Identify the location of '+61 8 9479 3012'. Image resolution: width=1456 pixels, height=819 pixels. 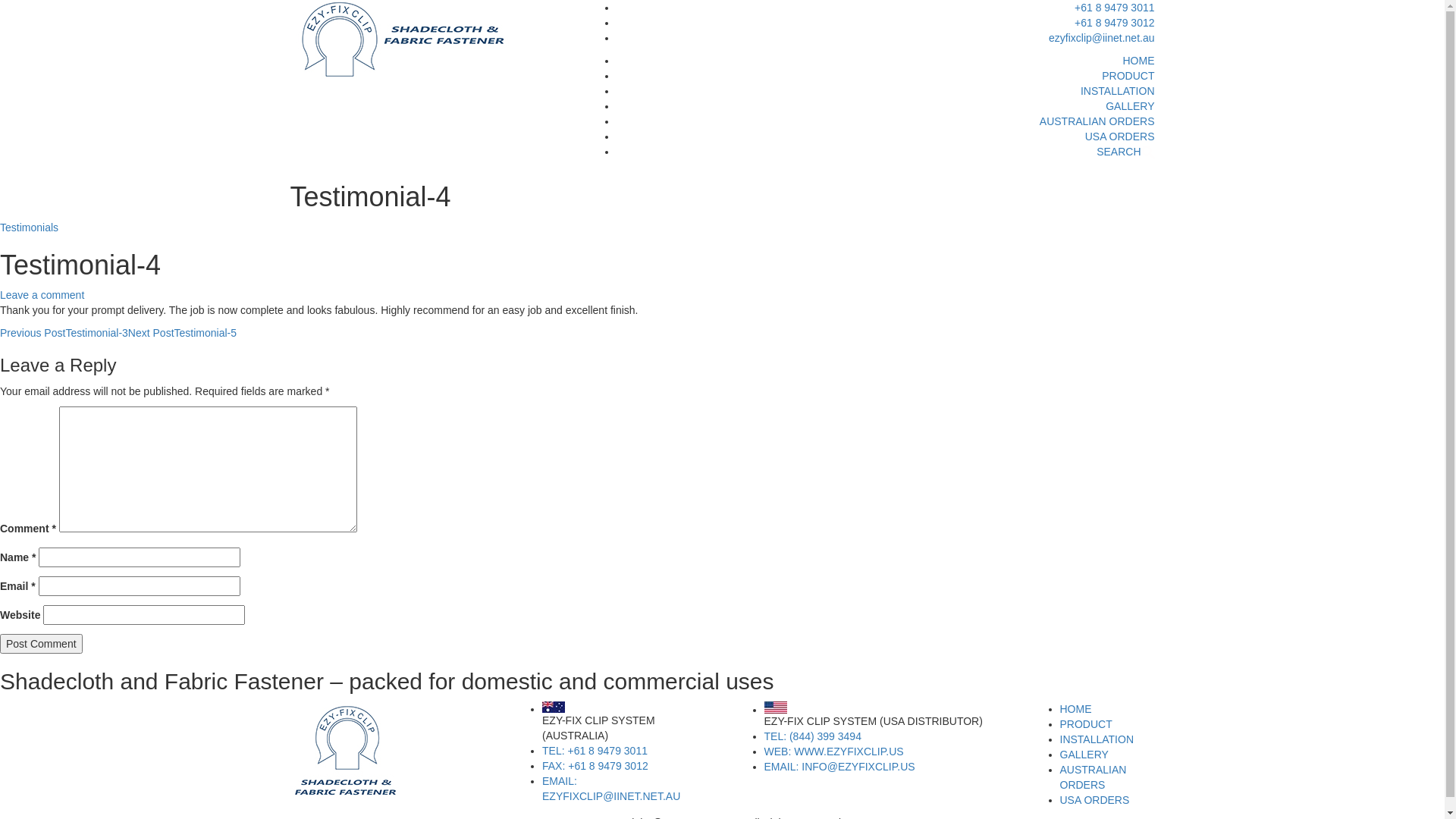
(1114, 23).